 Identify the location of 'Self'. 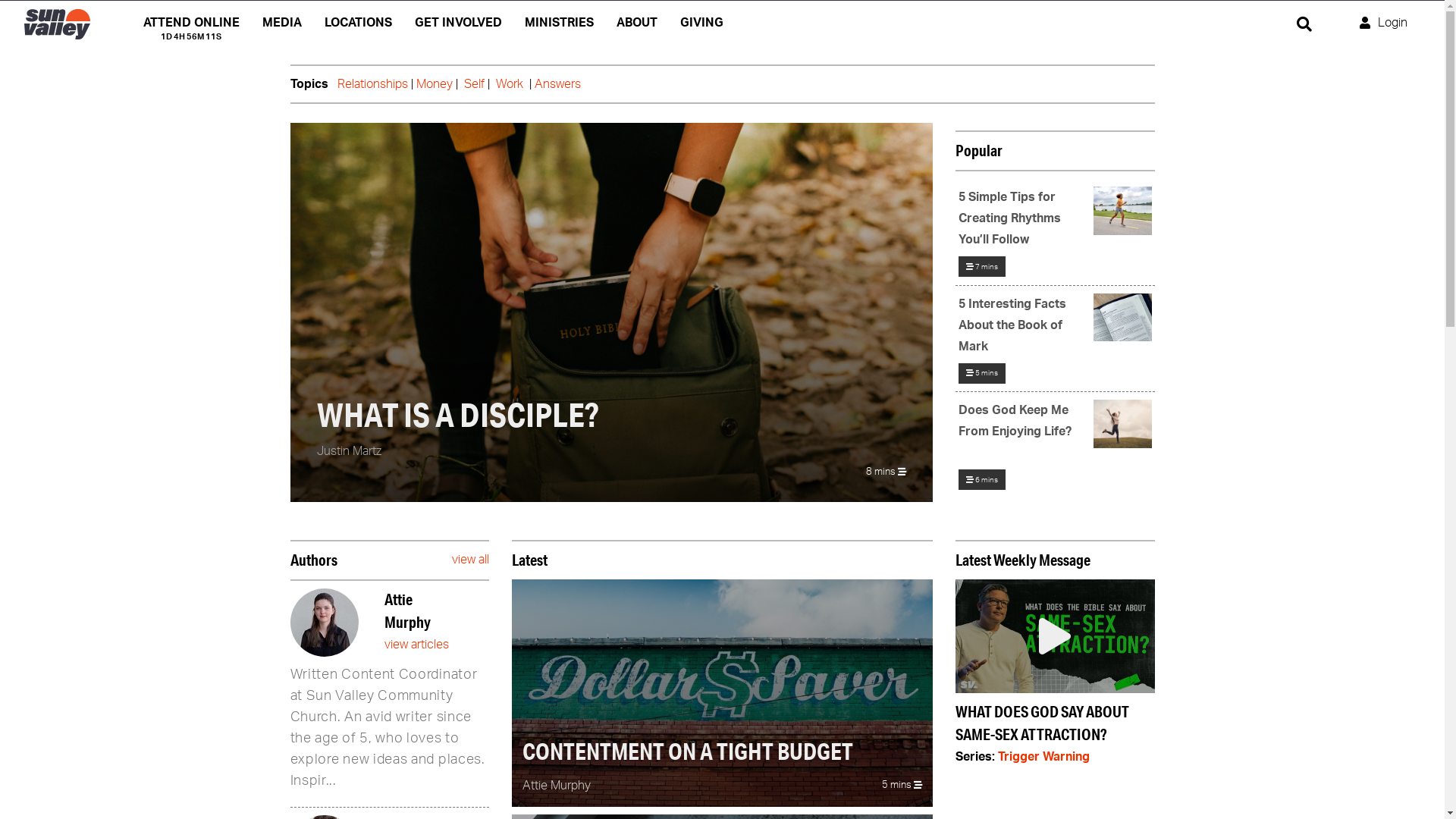
(473, 84).